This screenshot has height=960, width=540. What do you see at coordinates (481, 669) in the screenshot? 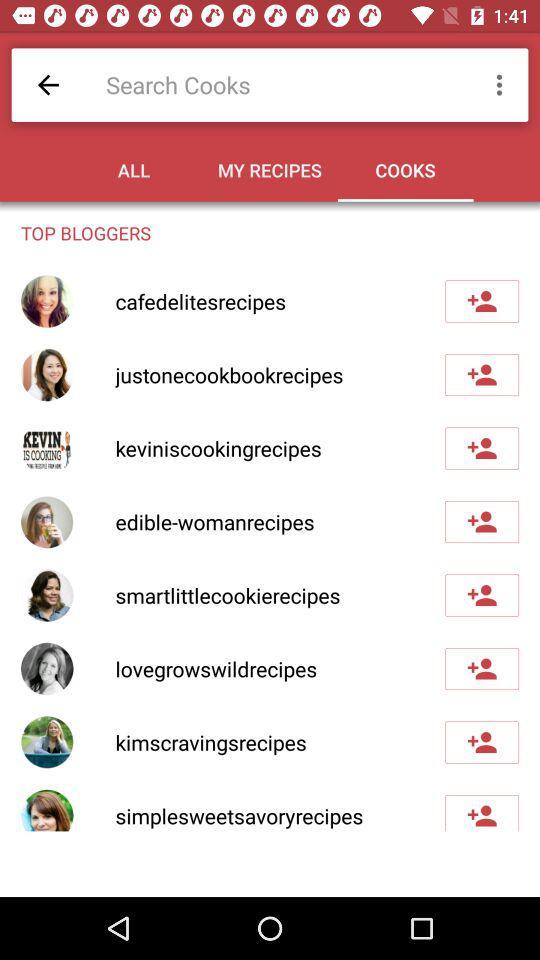
I see `follow` at bounding box center [481, 669].